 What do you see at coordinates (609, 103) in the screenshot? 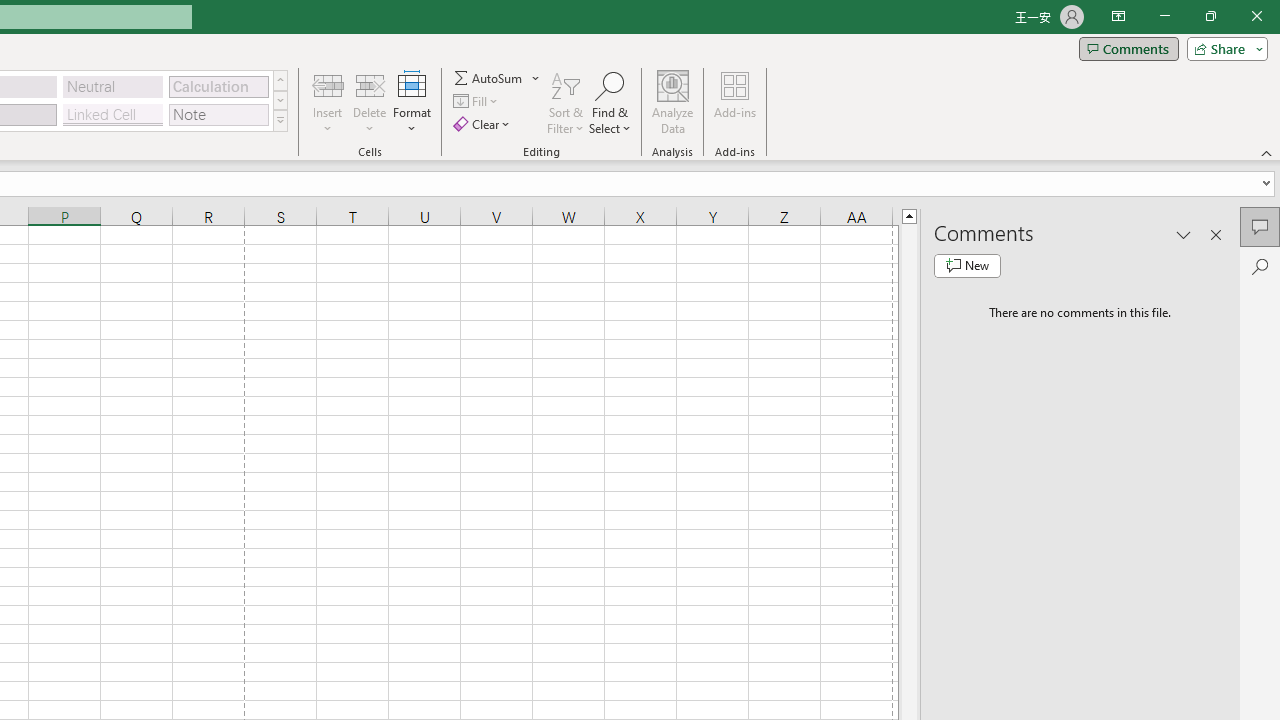
I see `'Find & Select'` at bounding box center [609, 103].